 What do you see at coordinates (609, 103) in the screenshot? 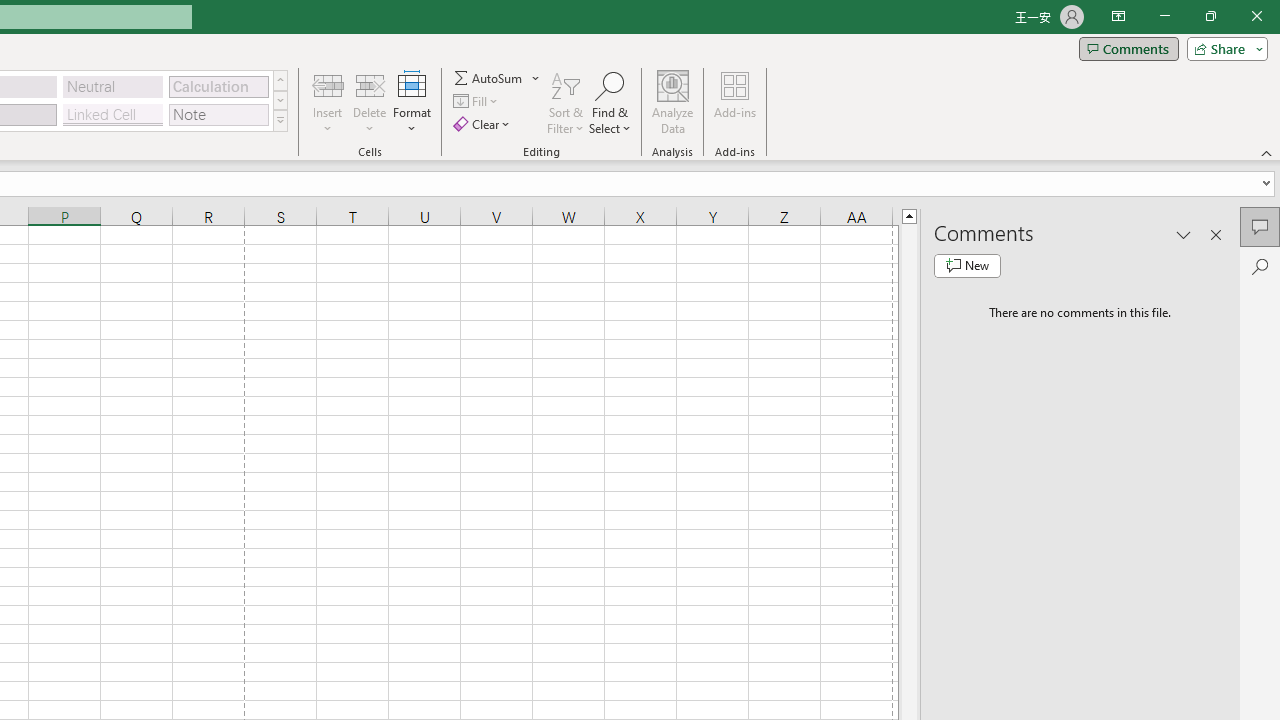
I see `'Find & Select'` at bounding box center [609, 103].